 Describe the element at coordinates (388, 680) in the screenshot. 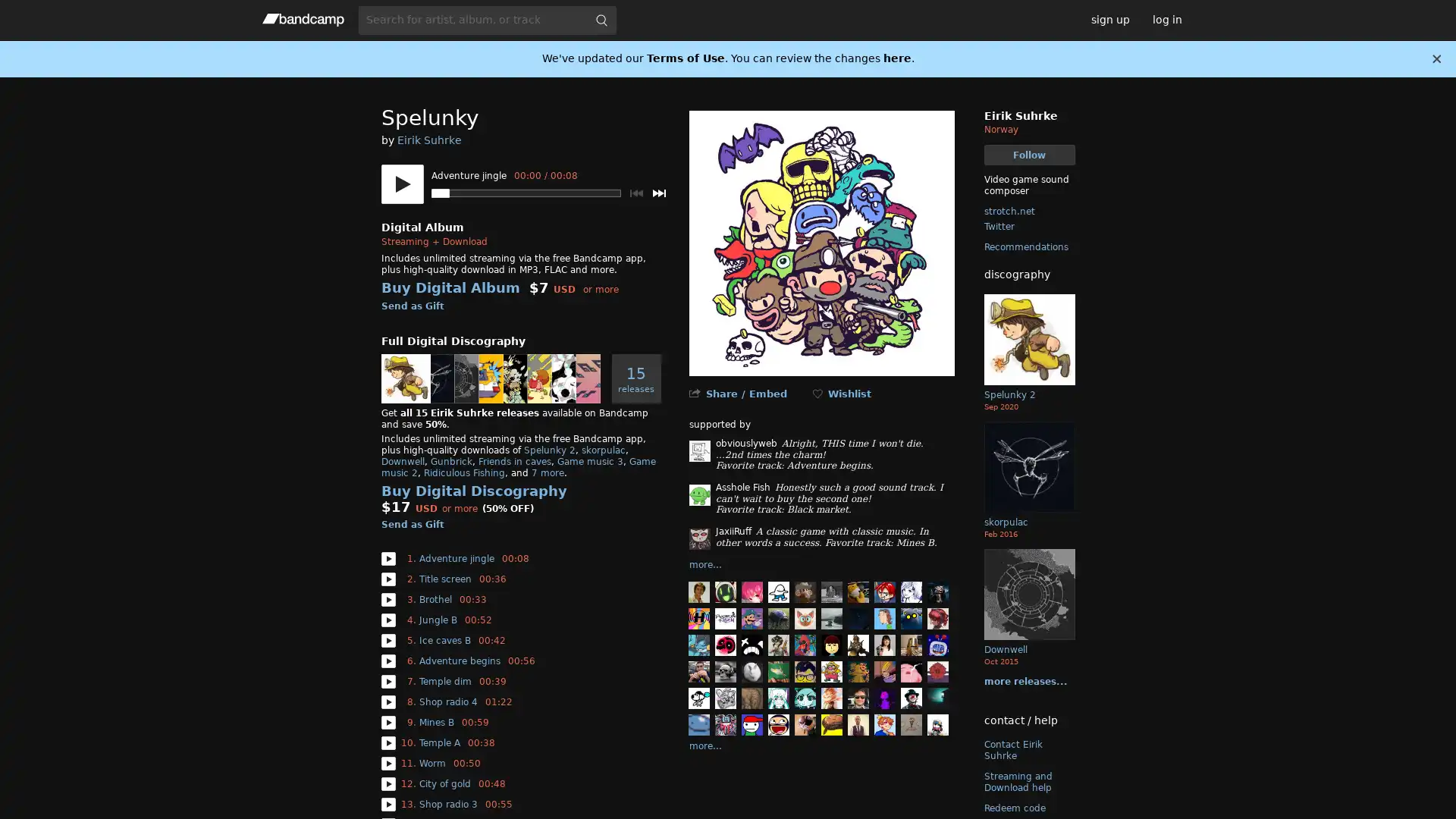

I see `Play Temple dim` at that location.